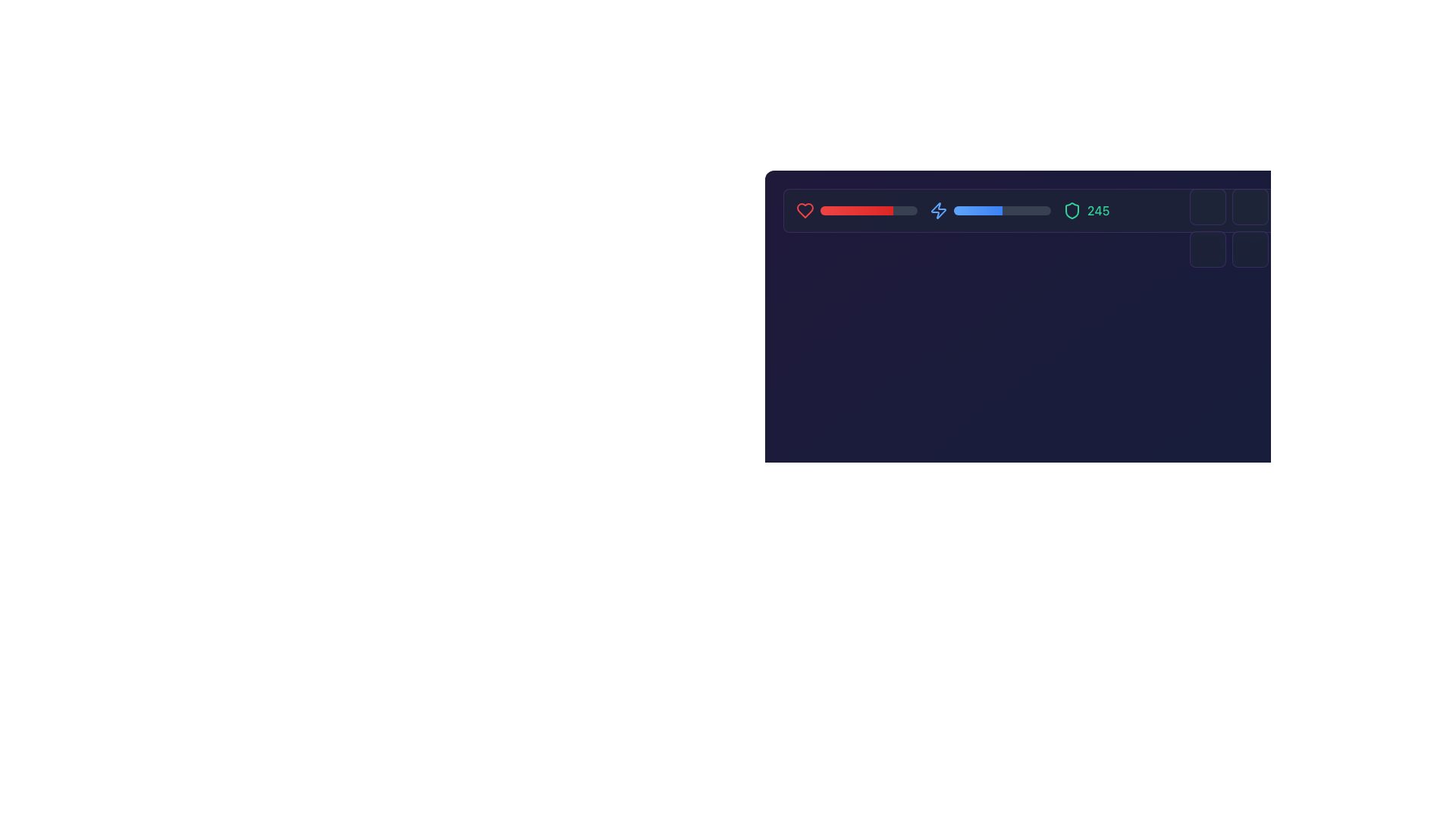 This screenshot has height=819, width=1456. I want to click on properties of the energy or power-related attribute icon located between a red heart icon and a blue gradient progress bar, so click(938, 210).